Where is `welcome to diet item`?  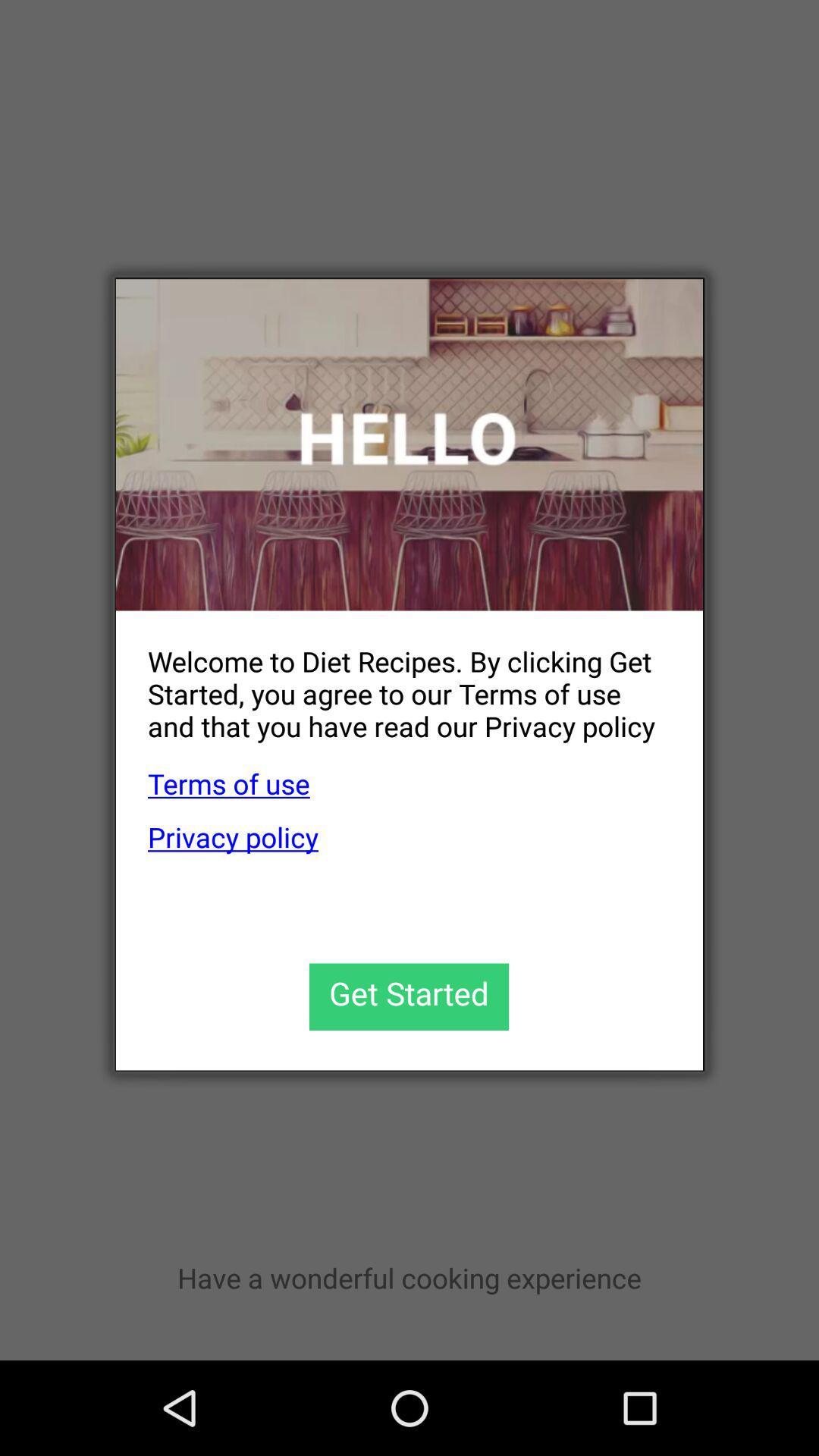
welcome to diet item is located at coordinates (393, 681).